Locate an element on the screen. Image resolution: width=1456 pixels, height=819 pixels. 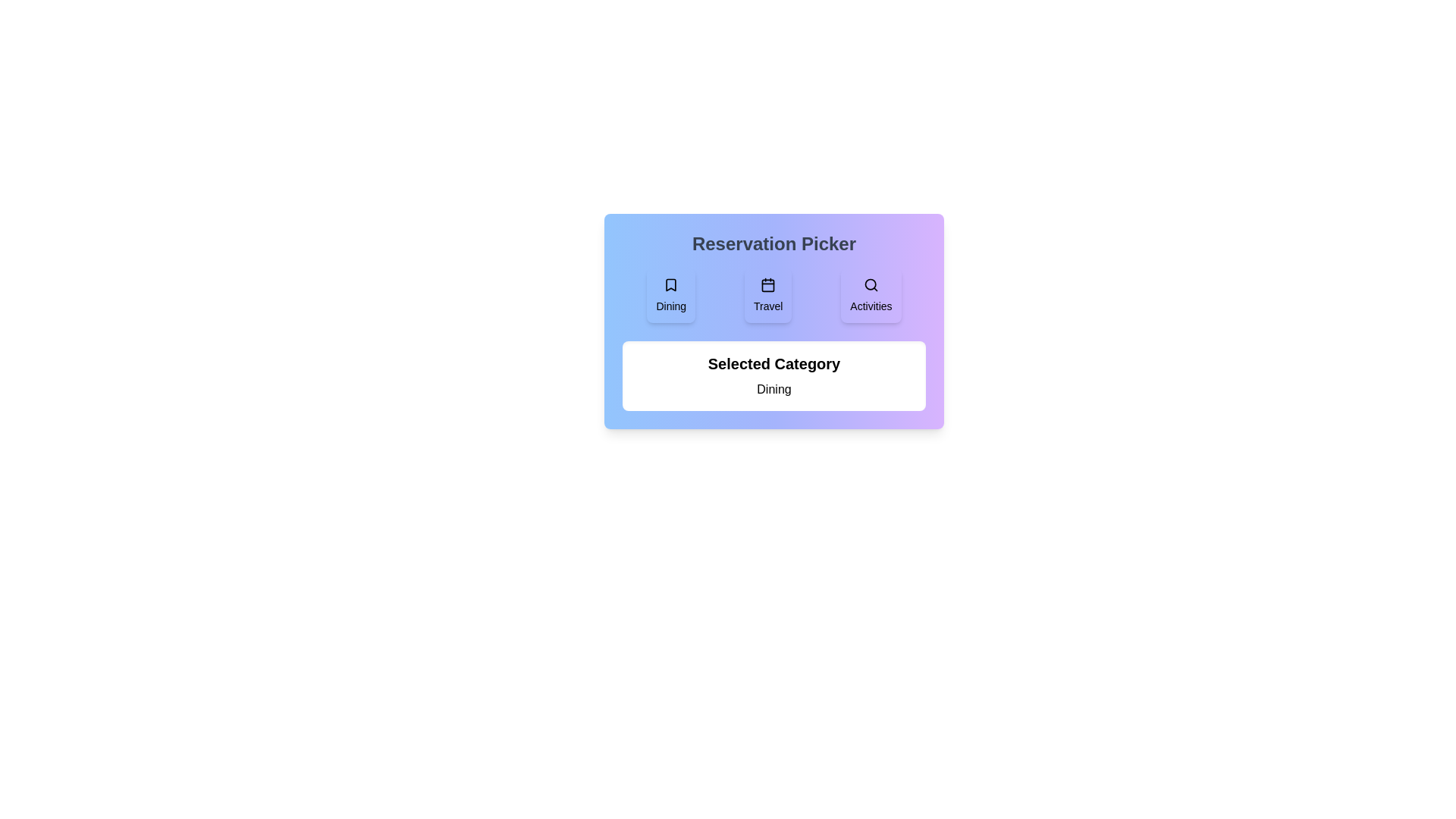
the category Travel to highlight it is located at coordinates (768, 295).